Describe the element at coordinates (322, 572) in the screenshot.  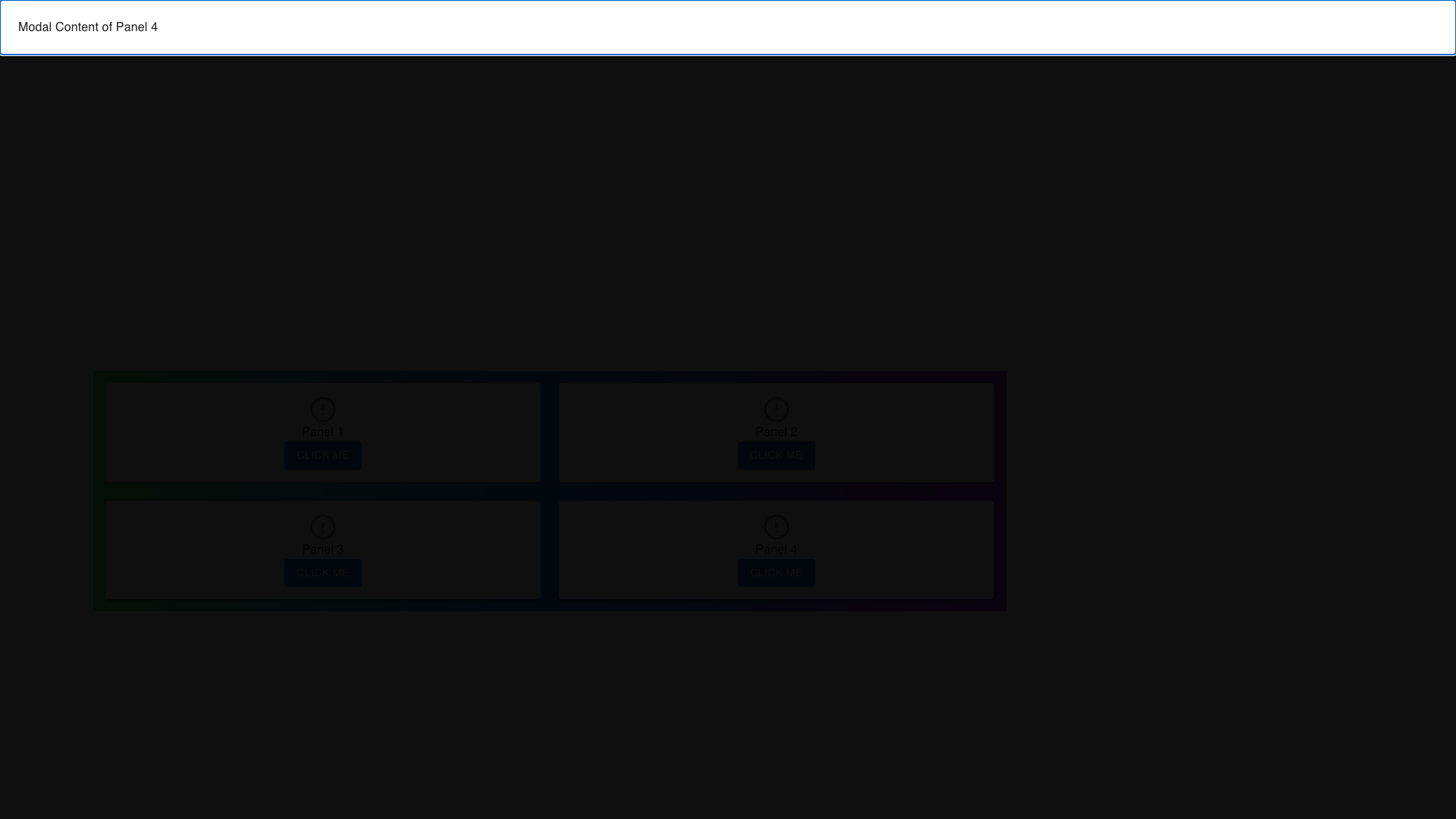
I see `the 'Click Me' button, which is a primary colored rectangular button located in 'Panel 3' at the coordinates provided` at that location.